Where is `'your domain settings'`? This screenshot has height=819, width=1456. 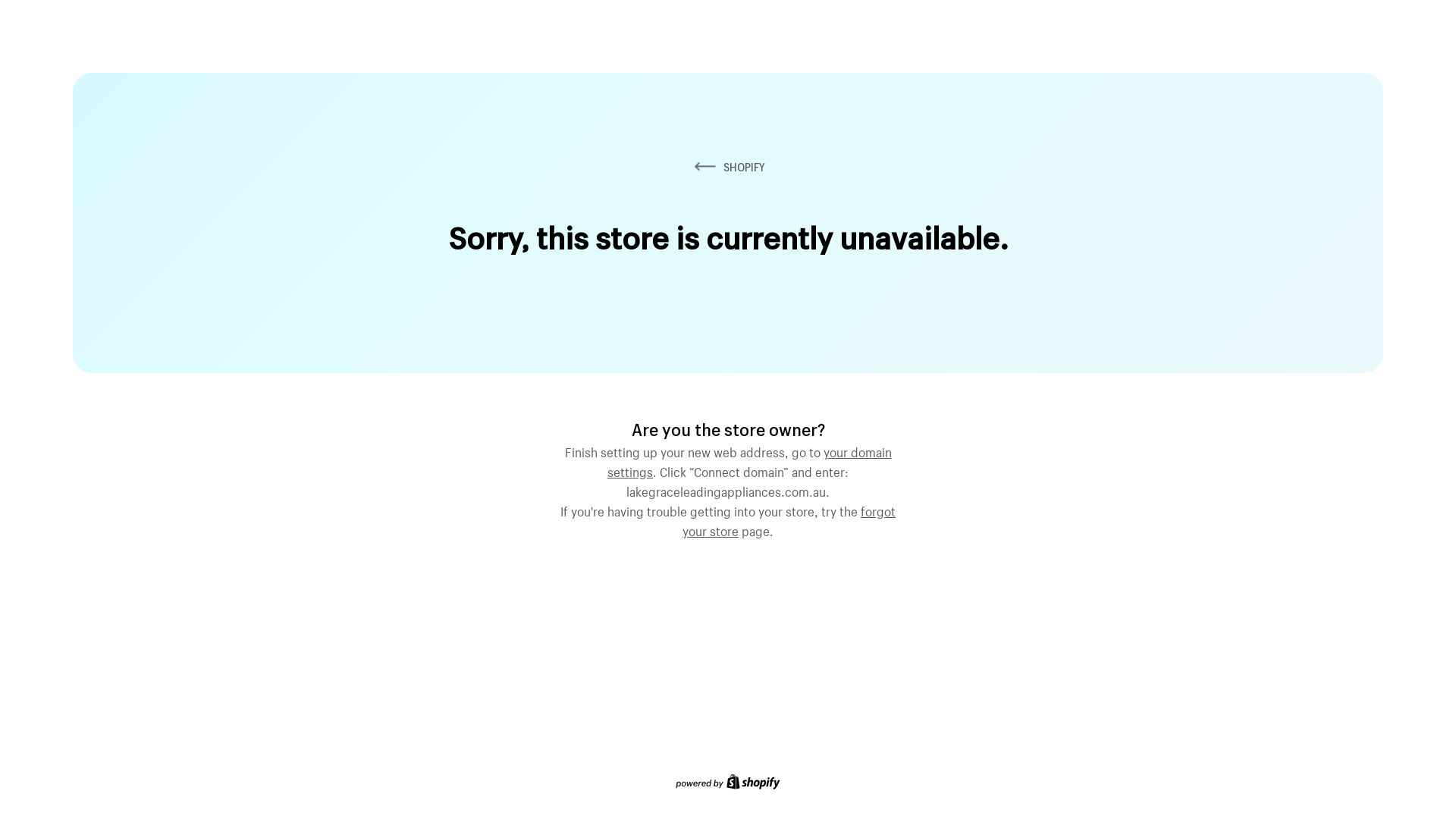
'your domain settings' is located at coordinates (749, 459).